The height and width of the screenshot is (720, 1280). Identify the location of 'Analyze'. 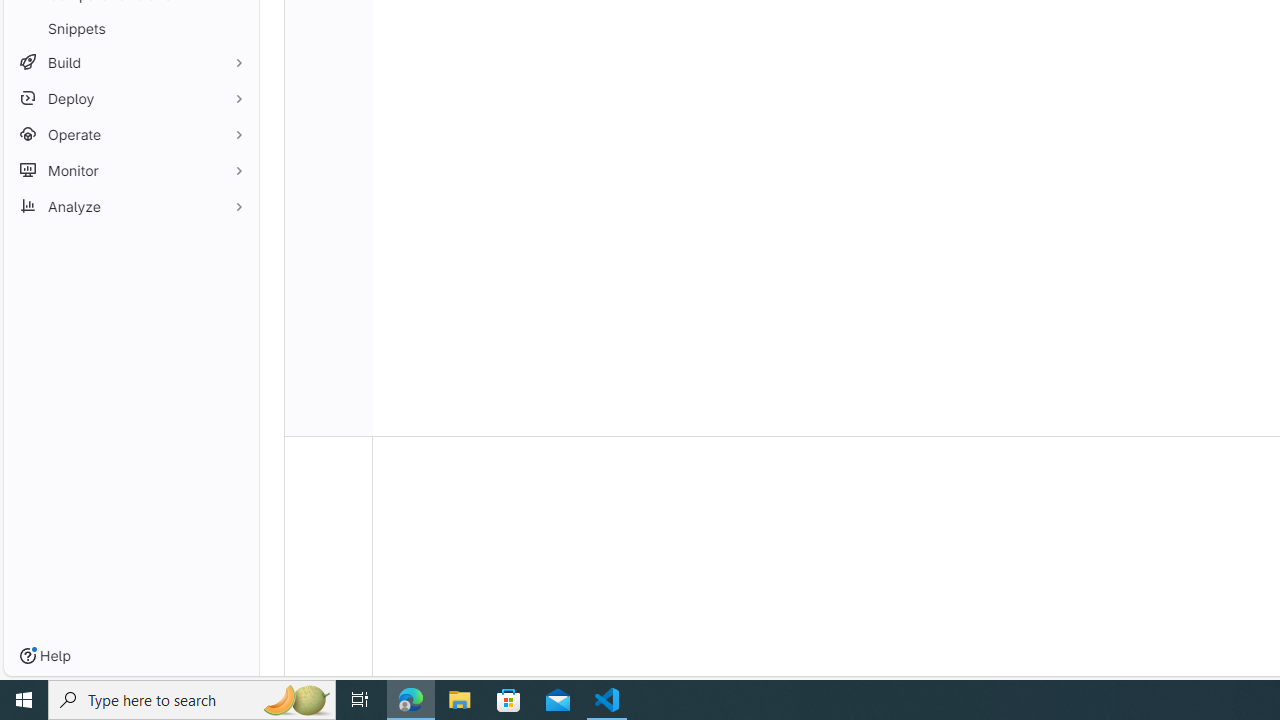
(130, 206).